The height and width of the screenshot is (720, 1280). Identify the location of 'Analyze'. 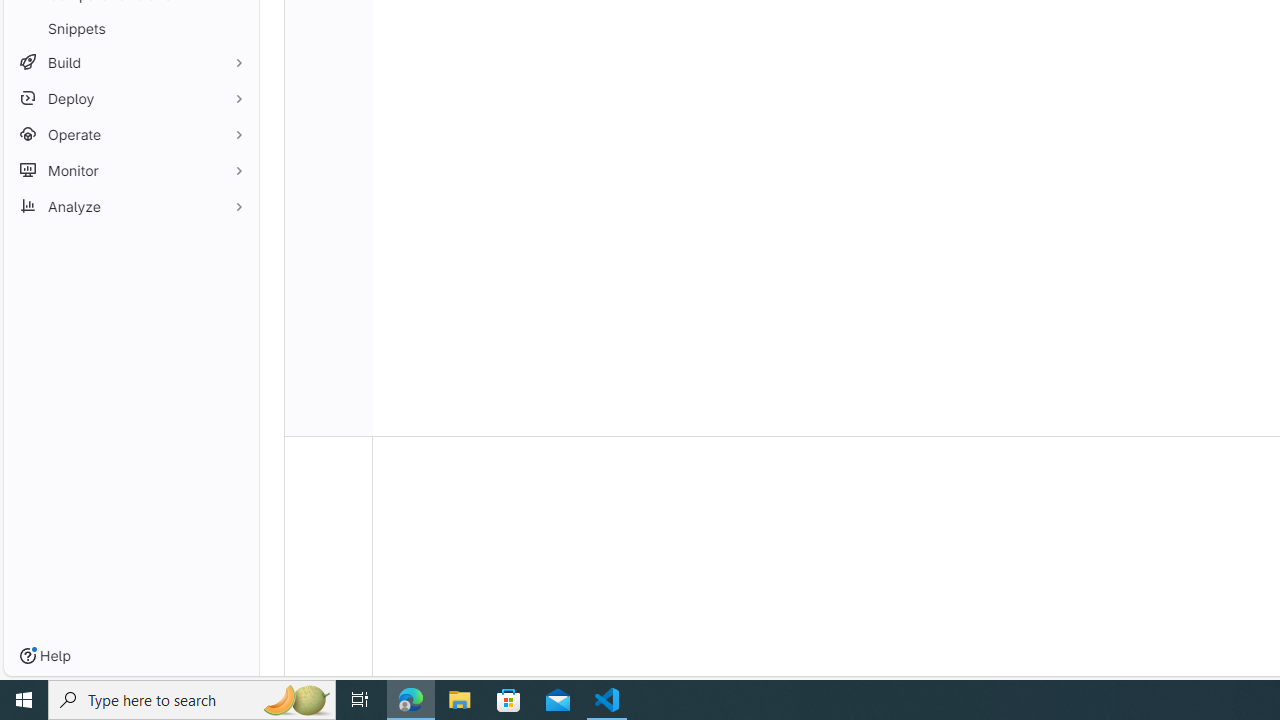
(130, 206).